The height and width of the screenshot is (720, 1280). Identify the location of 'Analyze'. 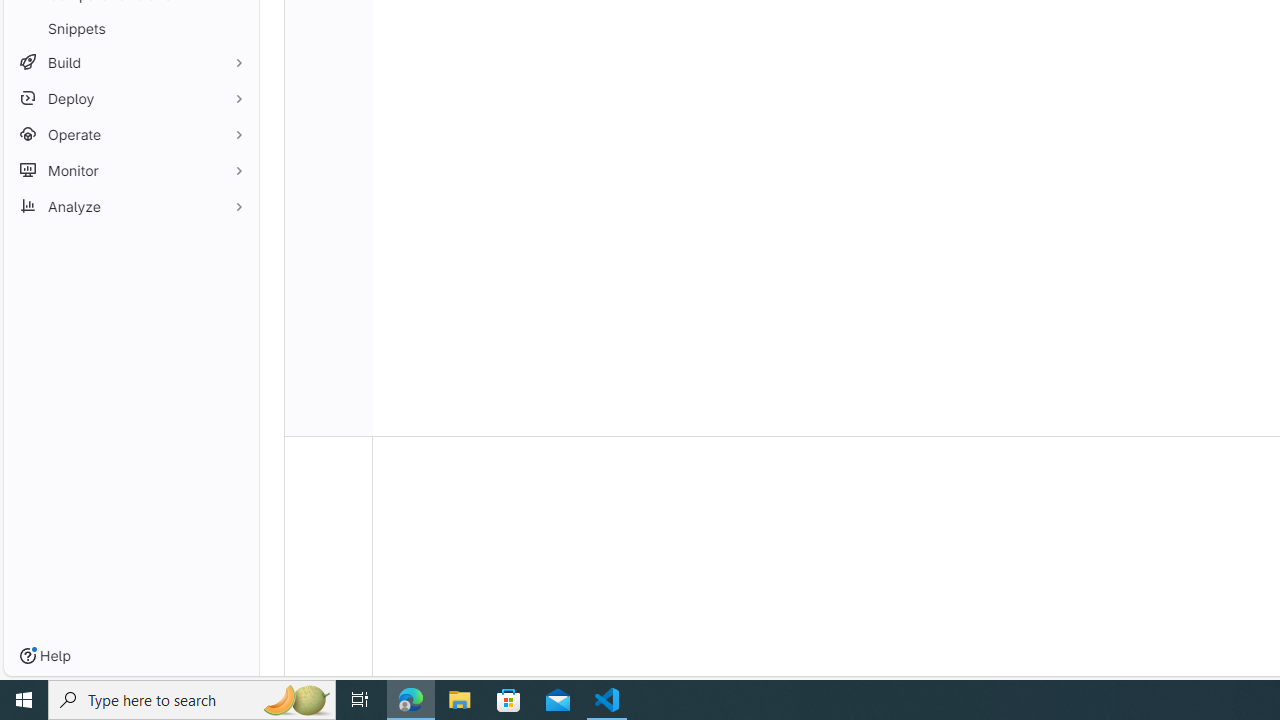
(130, 206).